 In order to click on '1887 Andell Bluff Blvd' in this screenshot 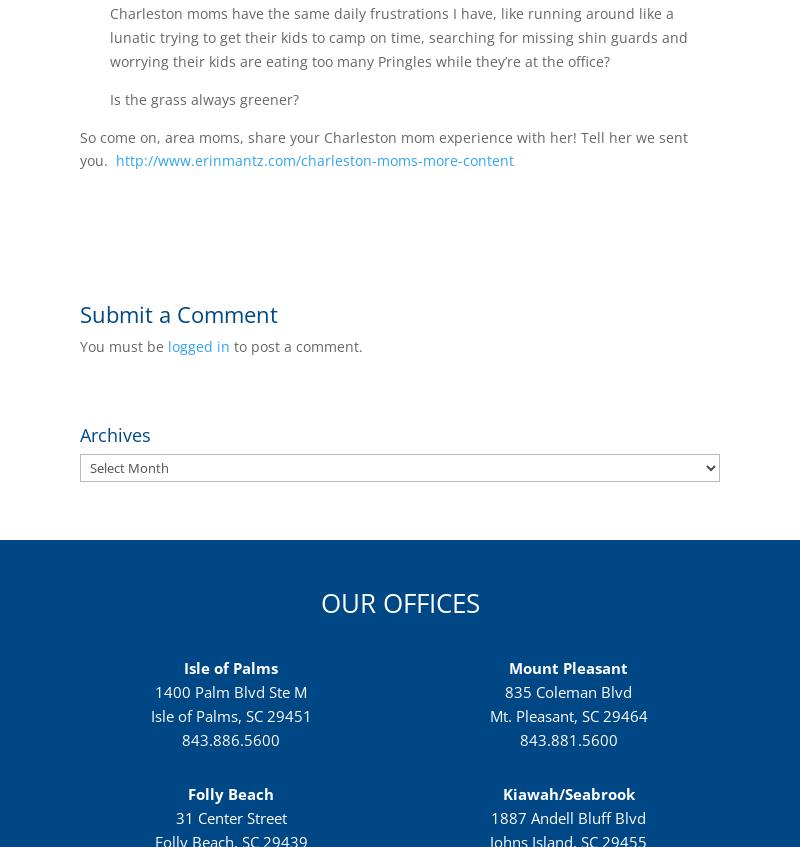, I will do `click(567, 817)`.